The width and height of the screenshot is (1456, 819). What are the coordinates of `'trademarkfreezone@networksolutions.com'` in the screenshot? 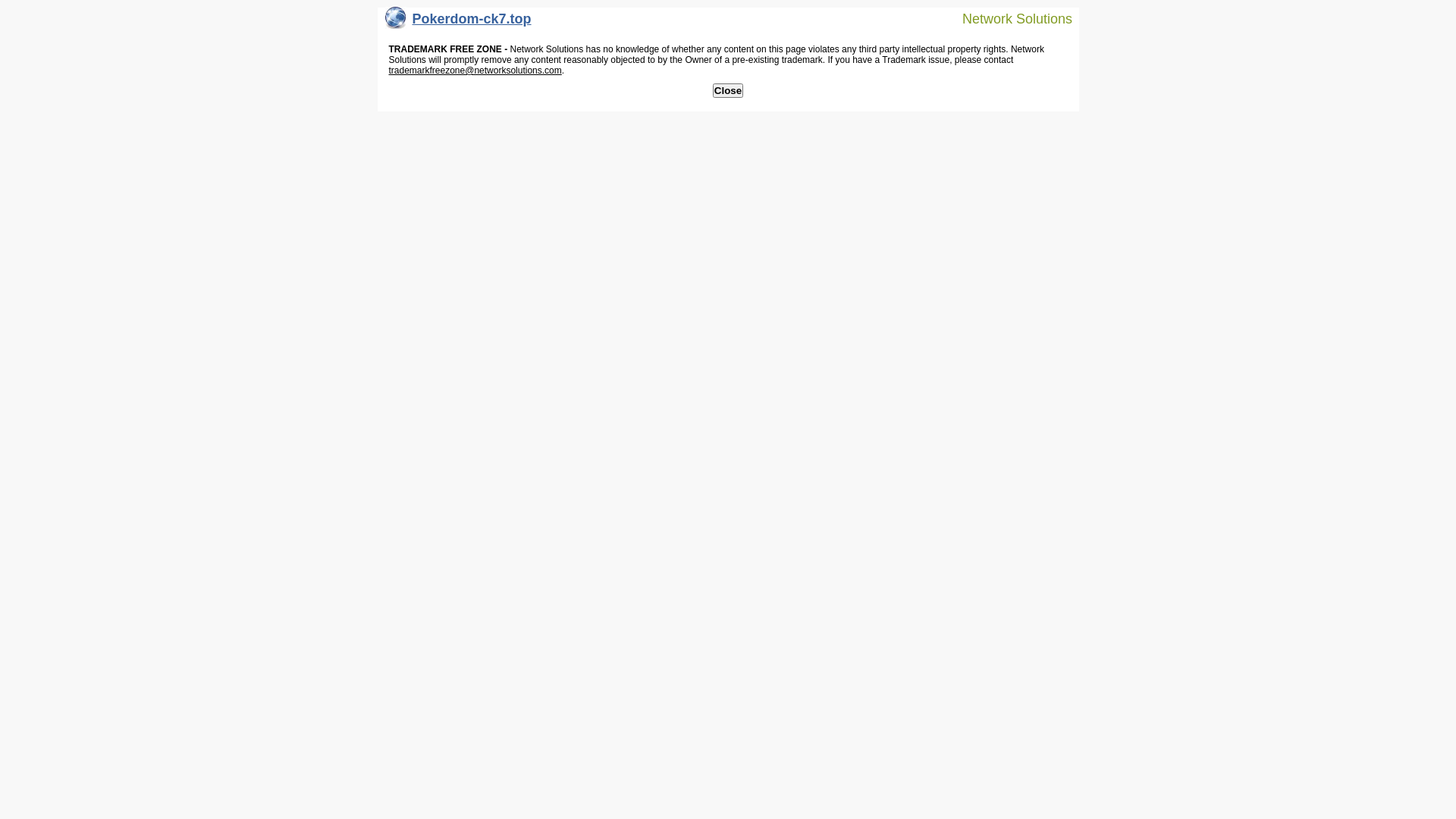 It's located at (388, 70).